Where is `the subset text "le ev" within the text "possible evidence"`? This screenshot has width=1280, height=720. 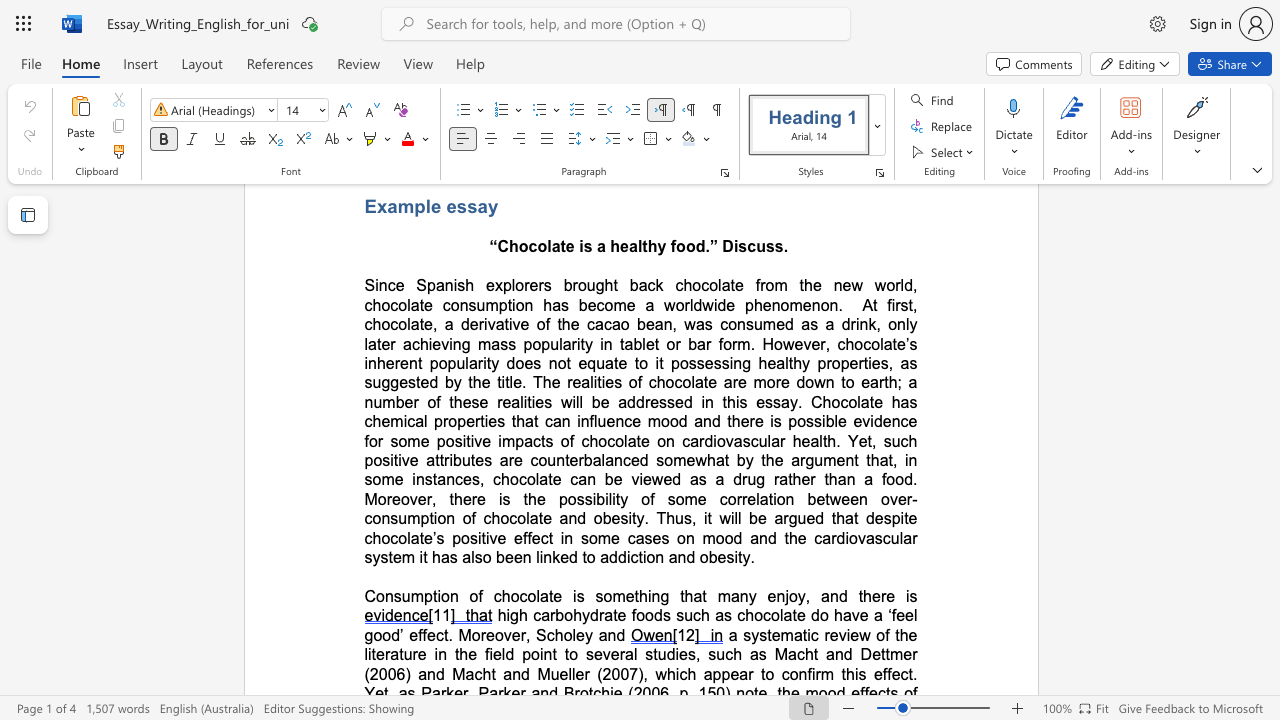 the subset text "le ev" within the text "possible evidence" is located at coordinates (834, 420).